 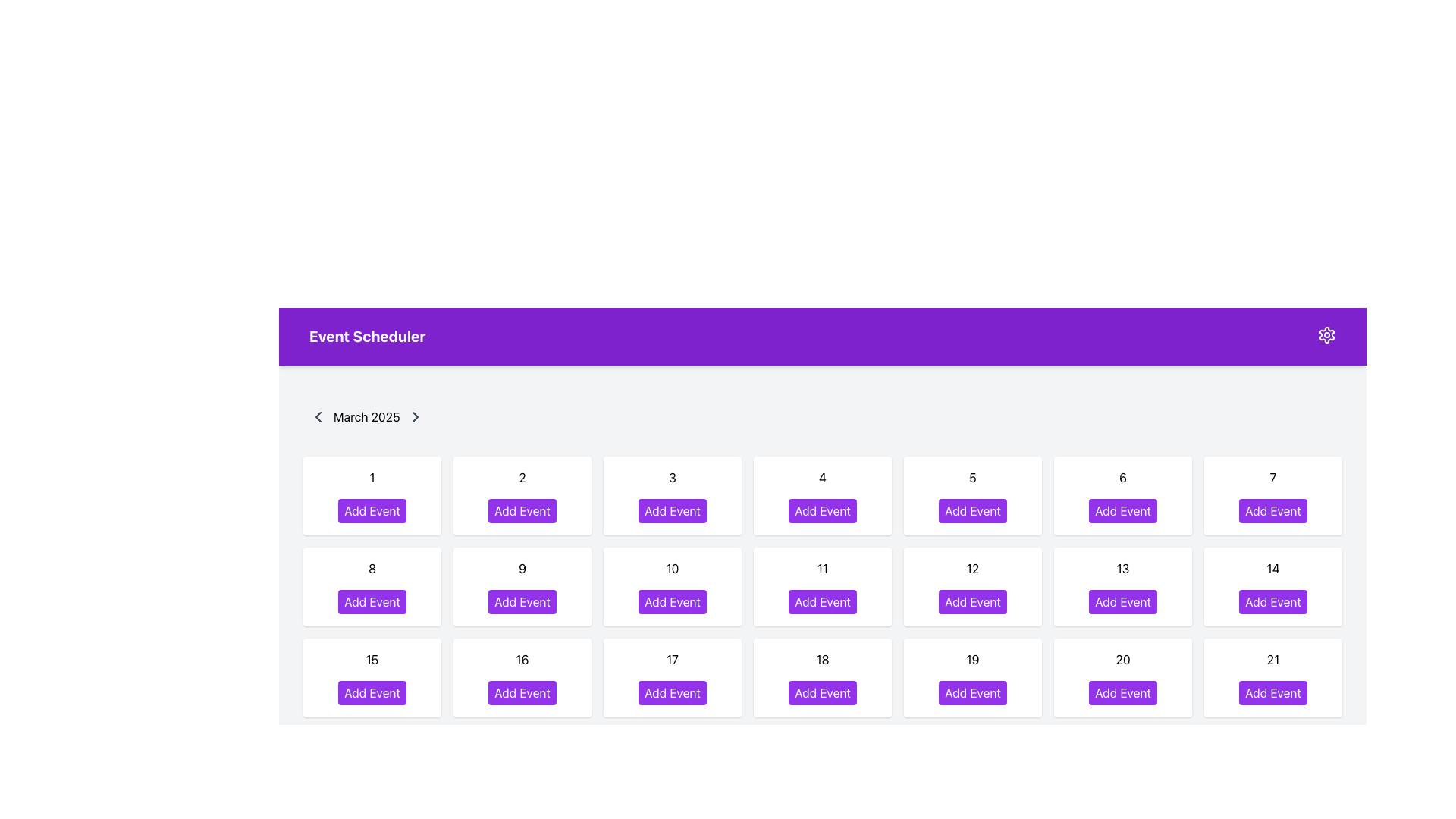 What do you see at coordinates (821, 677) in the screenshot?
I see `the 'Add Event' button in the interactive calendar day cell located in the third row and fourth column of the grid layout beneath the 'Event Scheduler' header and 'March 2025' label` at bounding box center [821, 677].